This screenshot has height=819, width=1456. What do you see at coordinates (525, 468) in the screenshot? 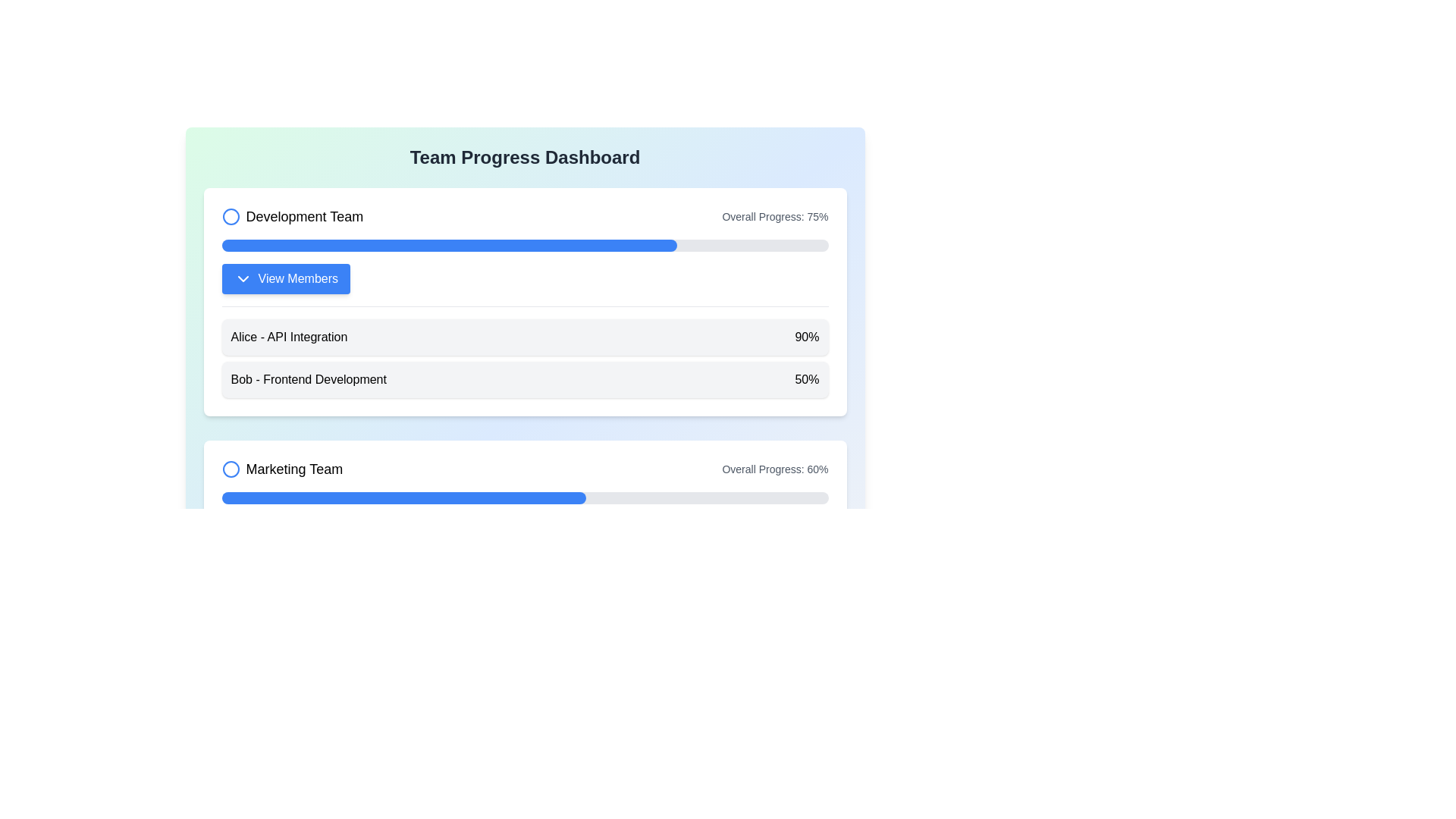
I see `the Informational block that displays the current progress of the 'Marketing Team' in the 'Team Progress Dashboard' beneath the 'Development Team' section` at bounding box center [525, 468].